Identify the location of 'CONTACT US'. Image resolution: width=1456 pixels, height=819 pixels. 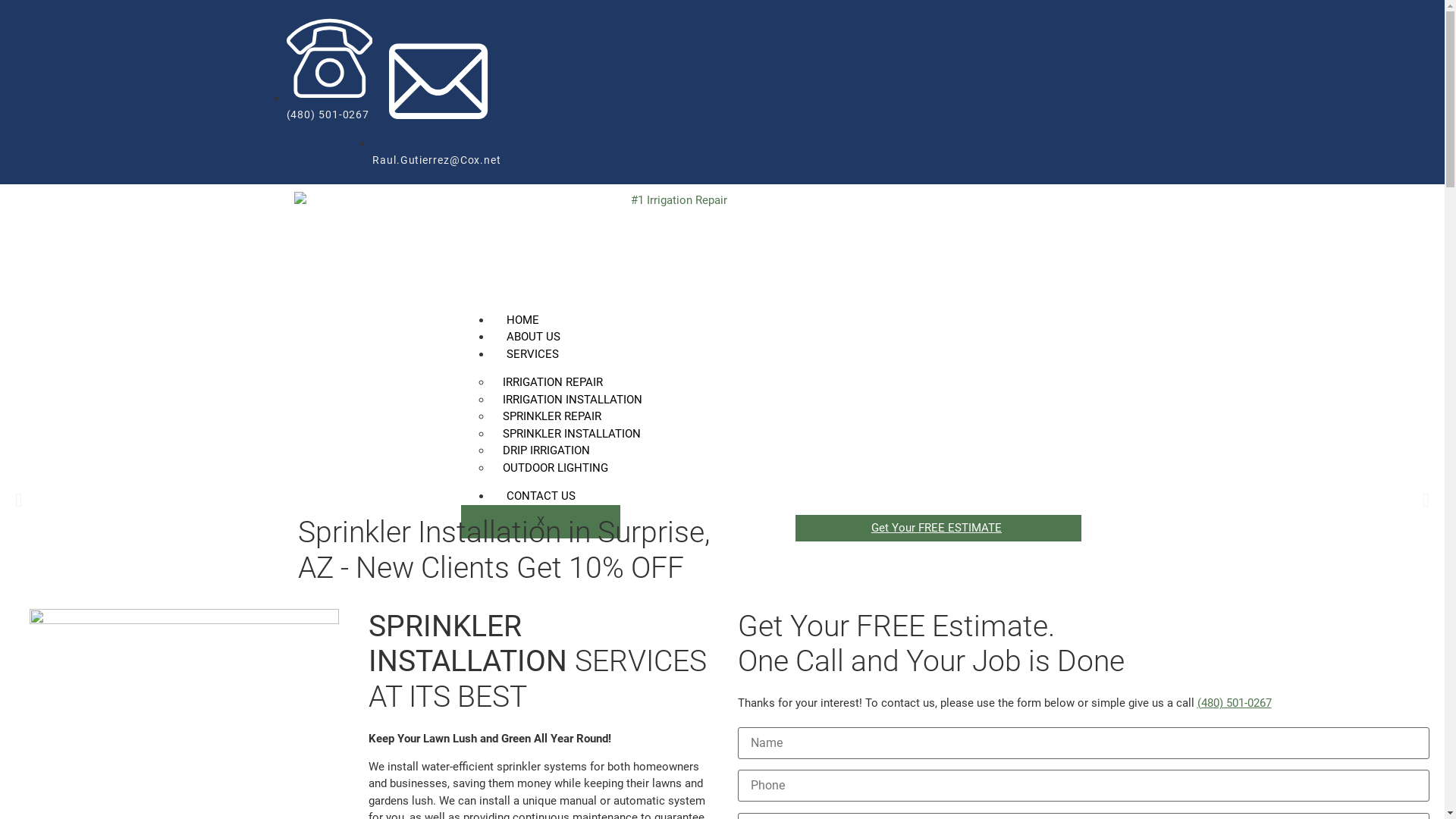
(541, 496).